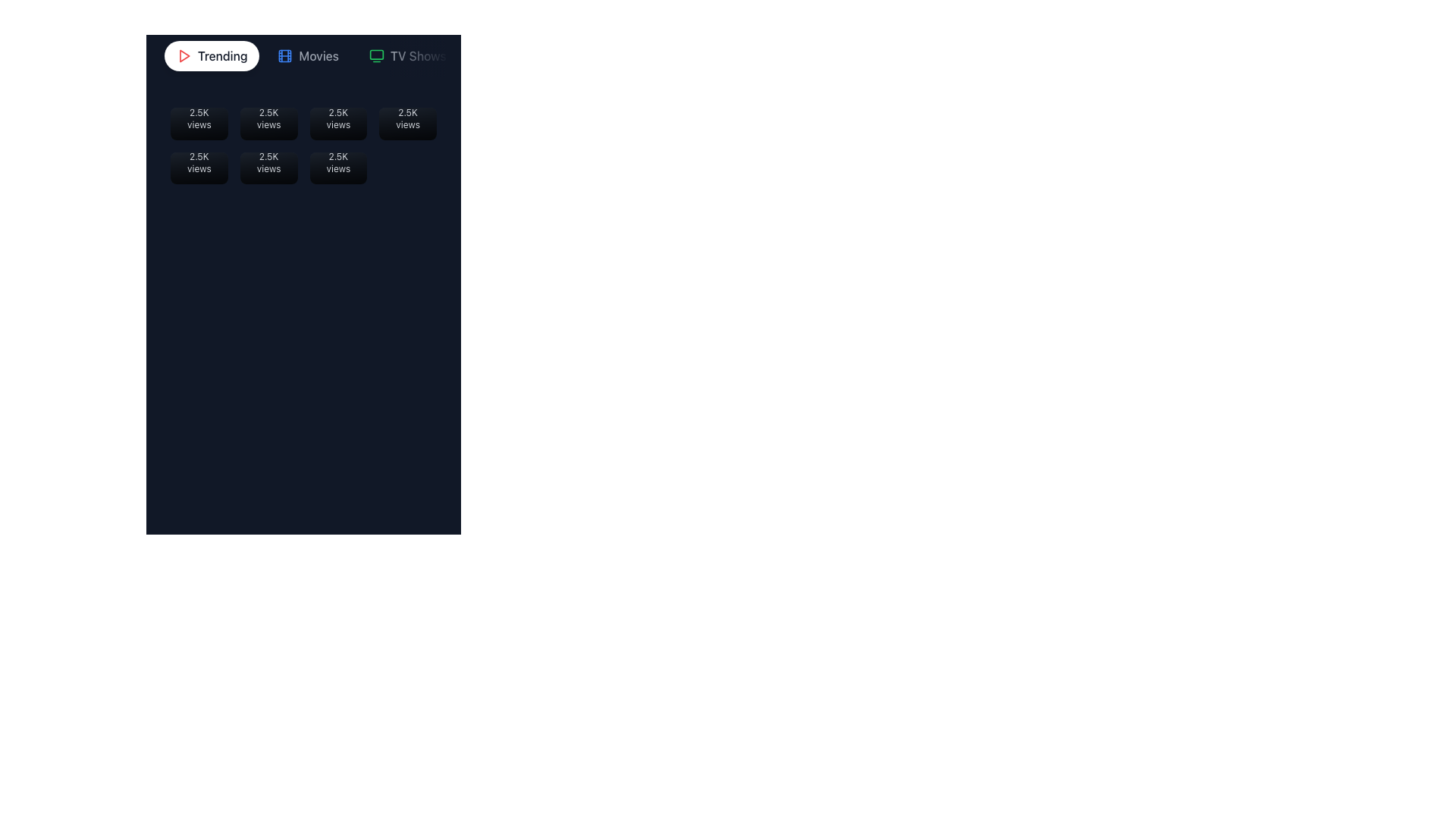  Describe the element at coordinates (285, 55) in the screenshot. I see `the blue film strip icon in the navigation menu for the 'Movies' tab, located to the left of the text 'Movies'` at that location.